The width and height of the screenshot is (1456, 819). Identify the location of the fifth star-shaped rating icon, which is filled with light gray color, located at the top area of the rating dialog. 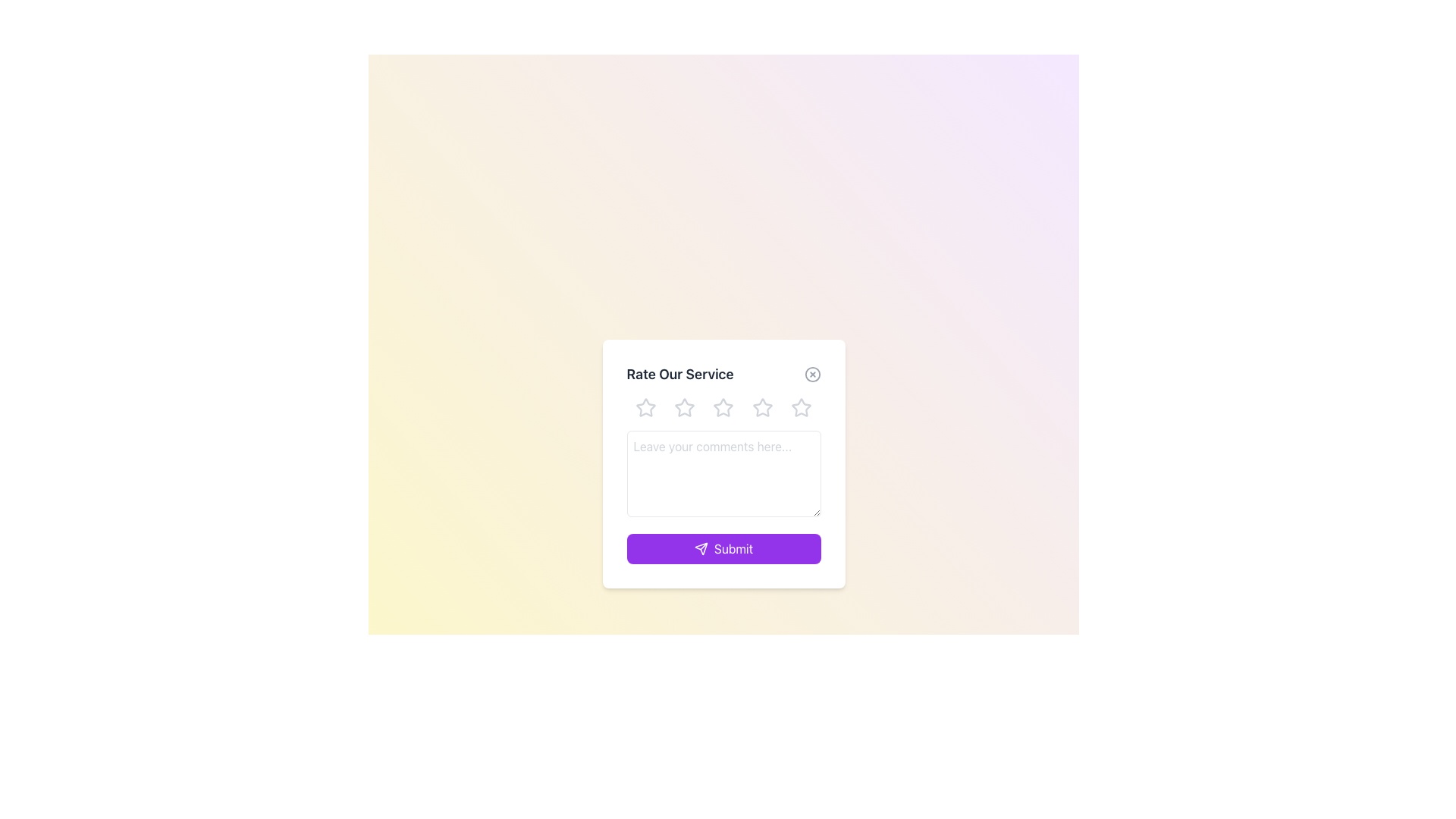
(800, 406).